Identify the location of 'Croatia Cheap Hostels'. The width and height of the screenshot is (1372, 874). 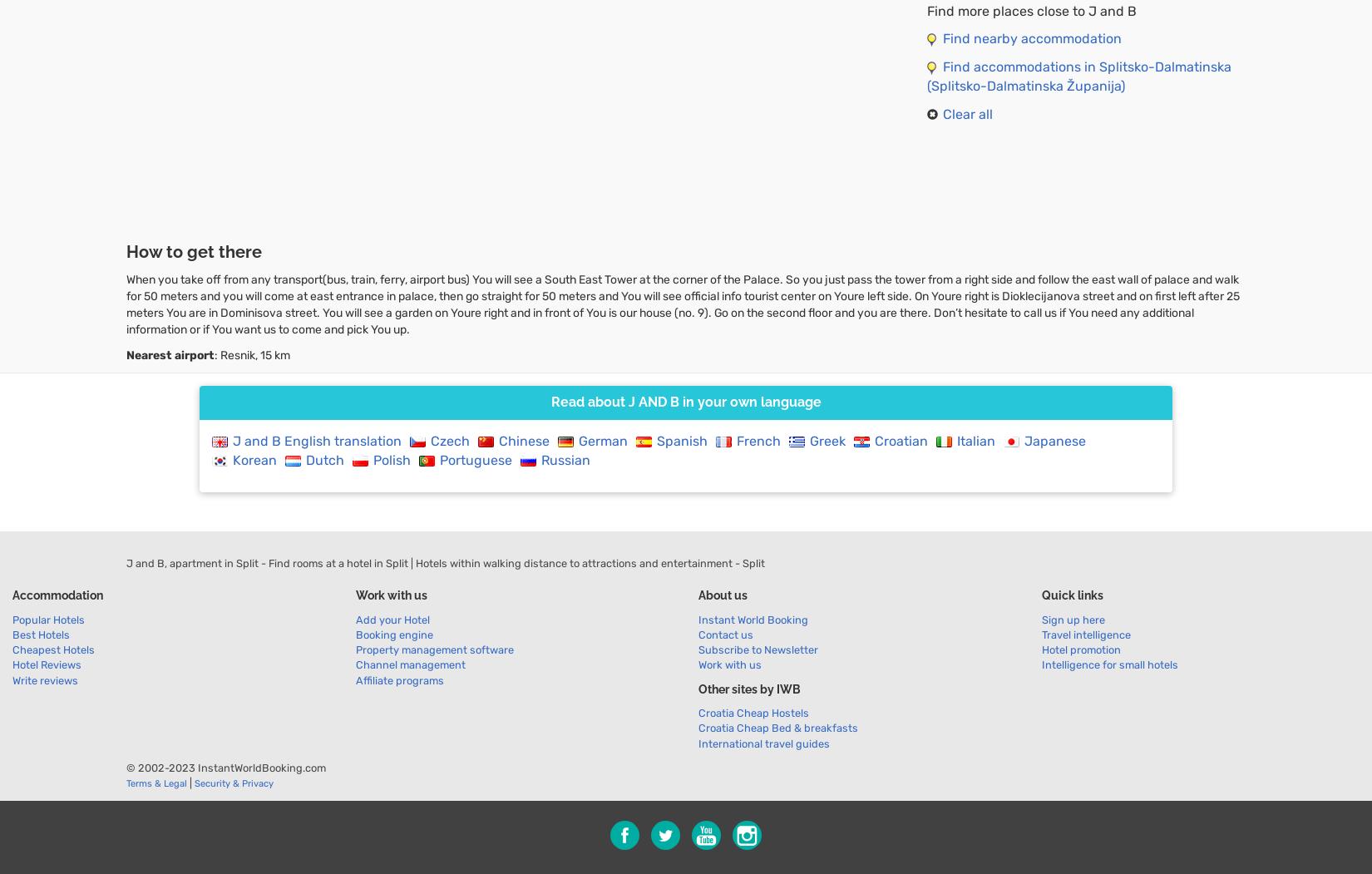
(753, 712).